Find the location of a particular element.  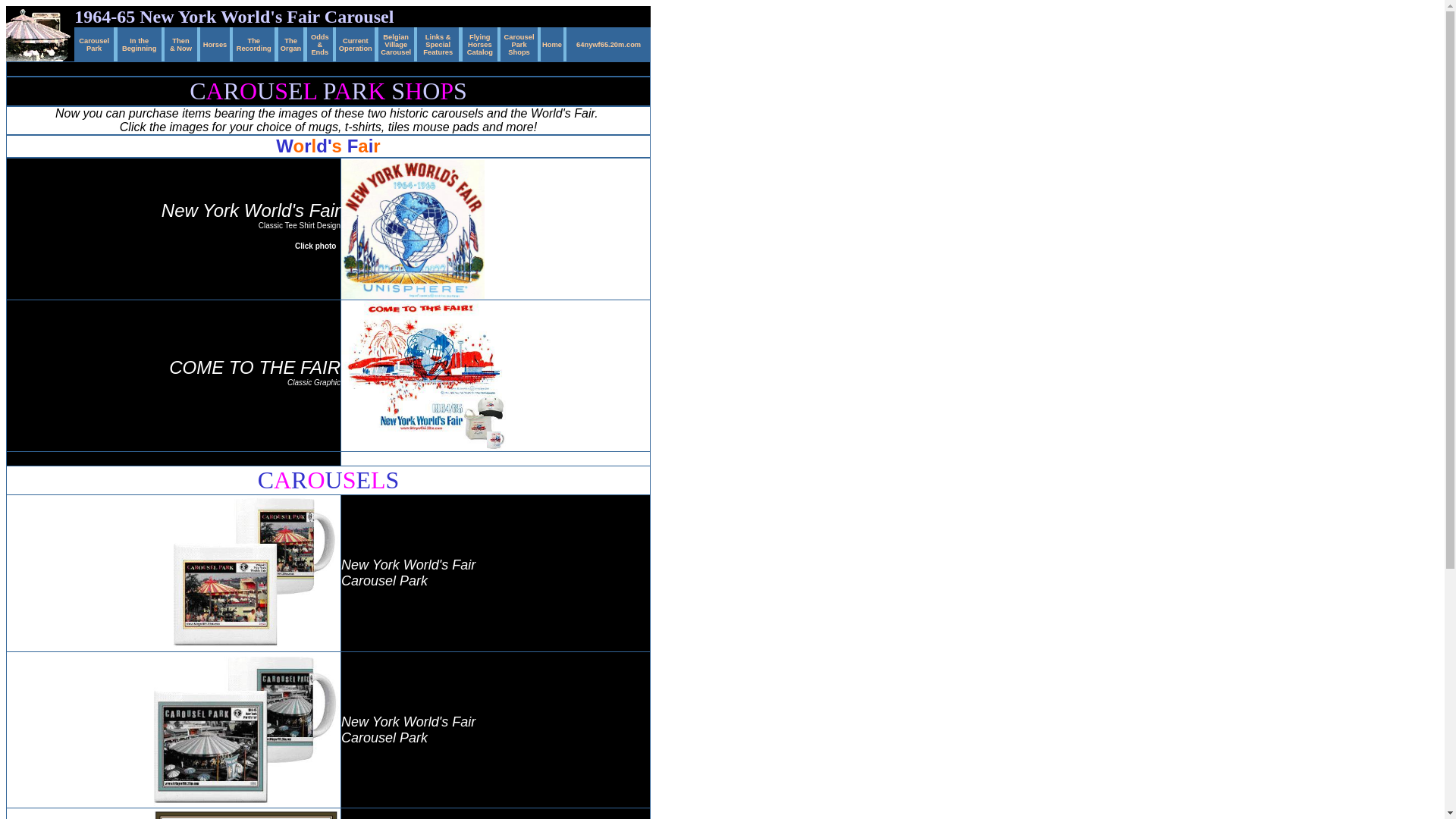

'Current Operation' is located at coordinates (337, 42).